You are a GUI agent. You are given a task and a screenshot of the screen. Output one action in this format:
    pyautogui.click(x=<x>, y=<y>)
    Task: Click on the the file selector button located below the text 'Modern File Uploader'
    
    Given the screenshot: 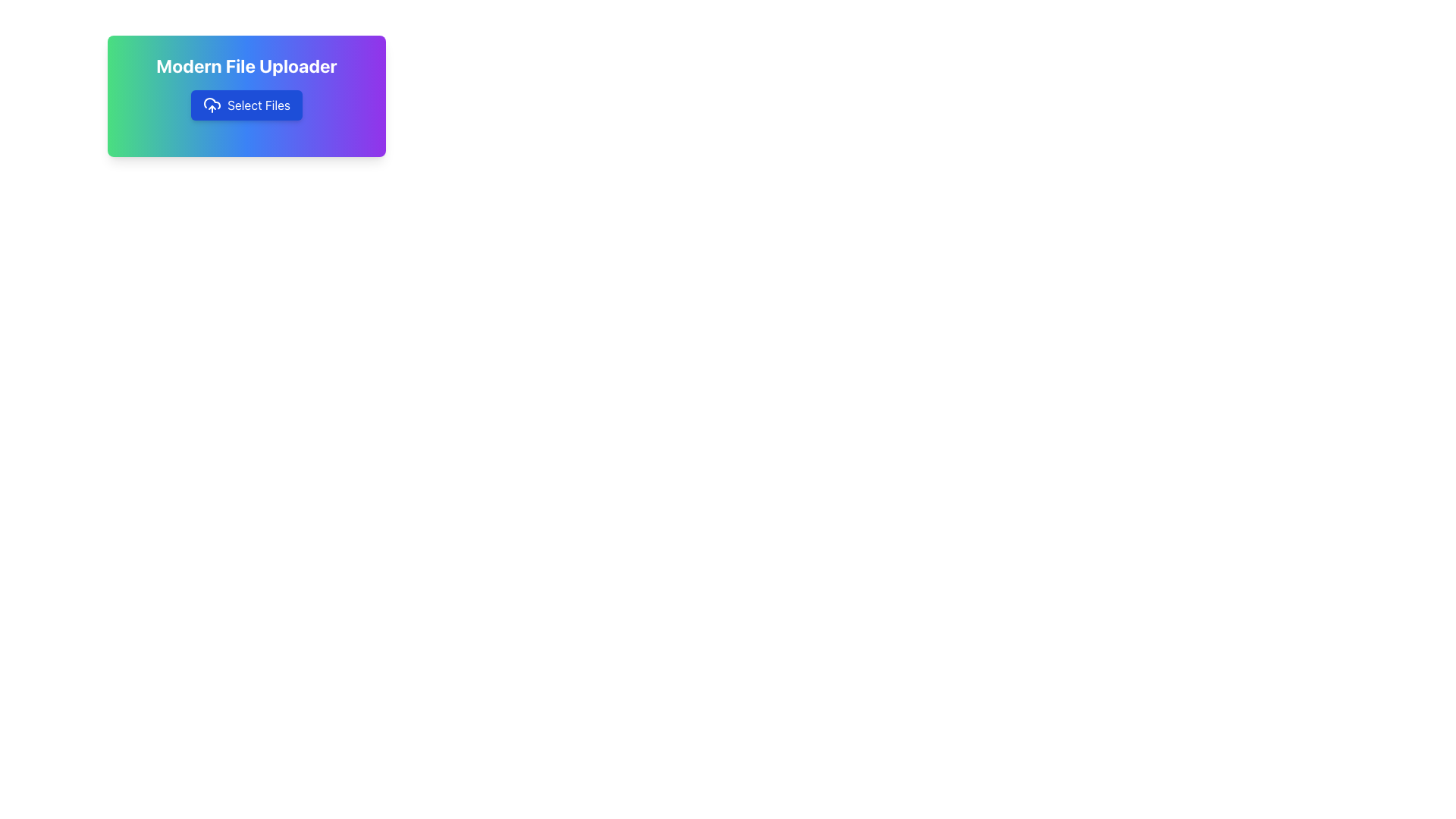 What is the action you would take?
    pyautogui.click(x=246, y=104)
    